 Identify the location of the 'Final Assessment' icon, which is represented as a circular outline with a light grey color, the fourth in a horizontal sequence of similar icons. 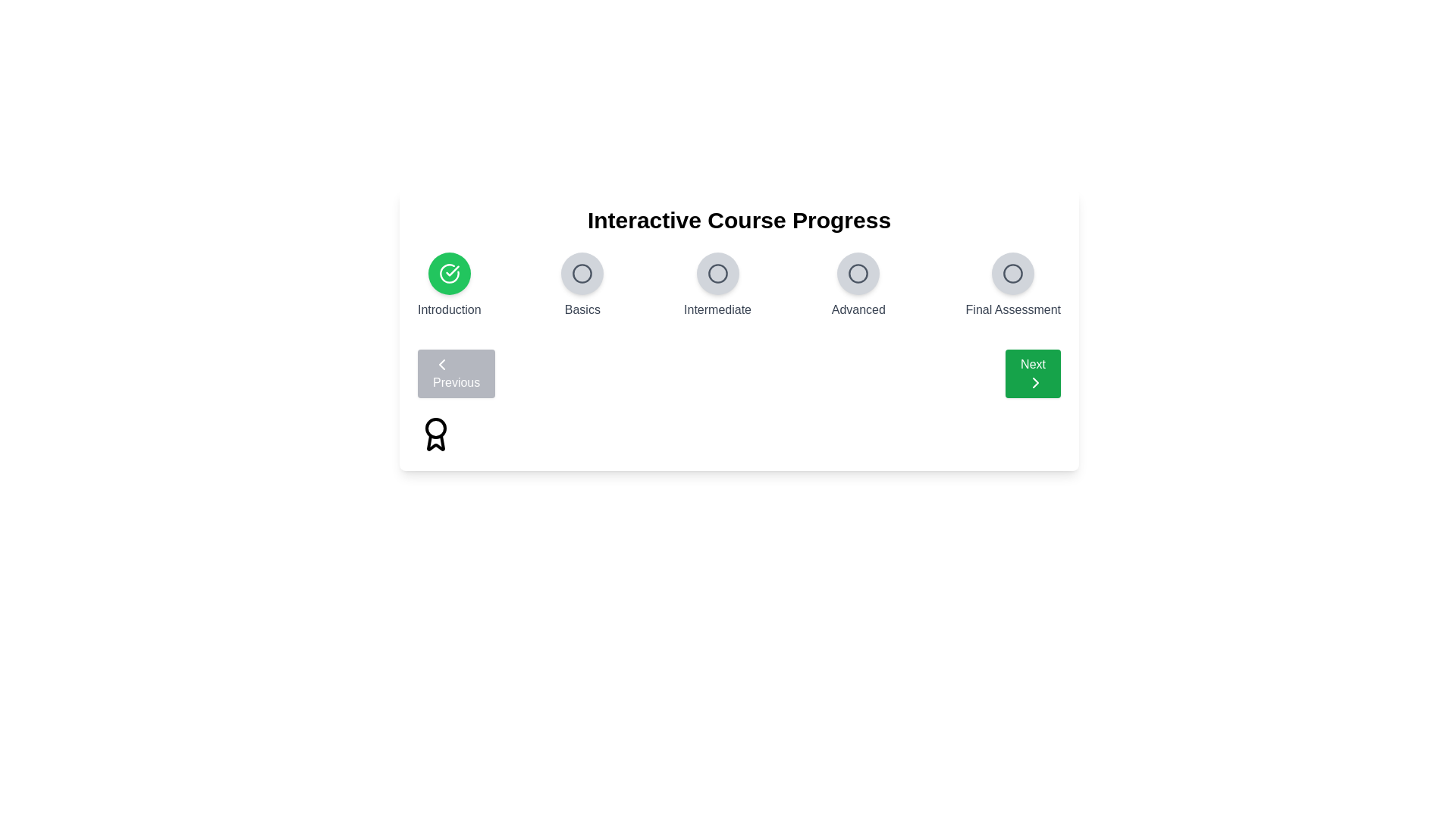
(1013, 274).